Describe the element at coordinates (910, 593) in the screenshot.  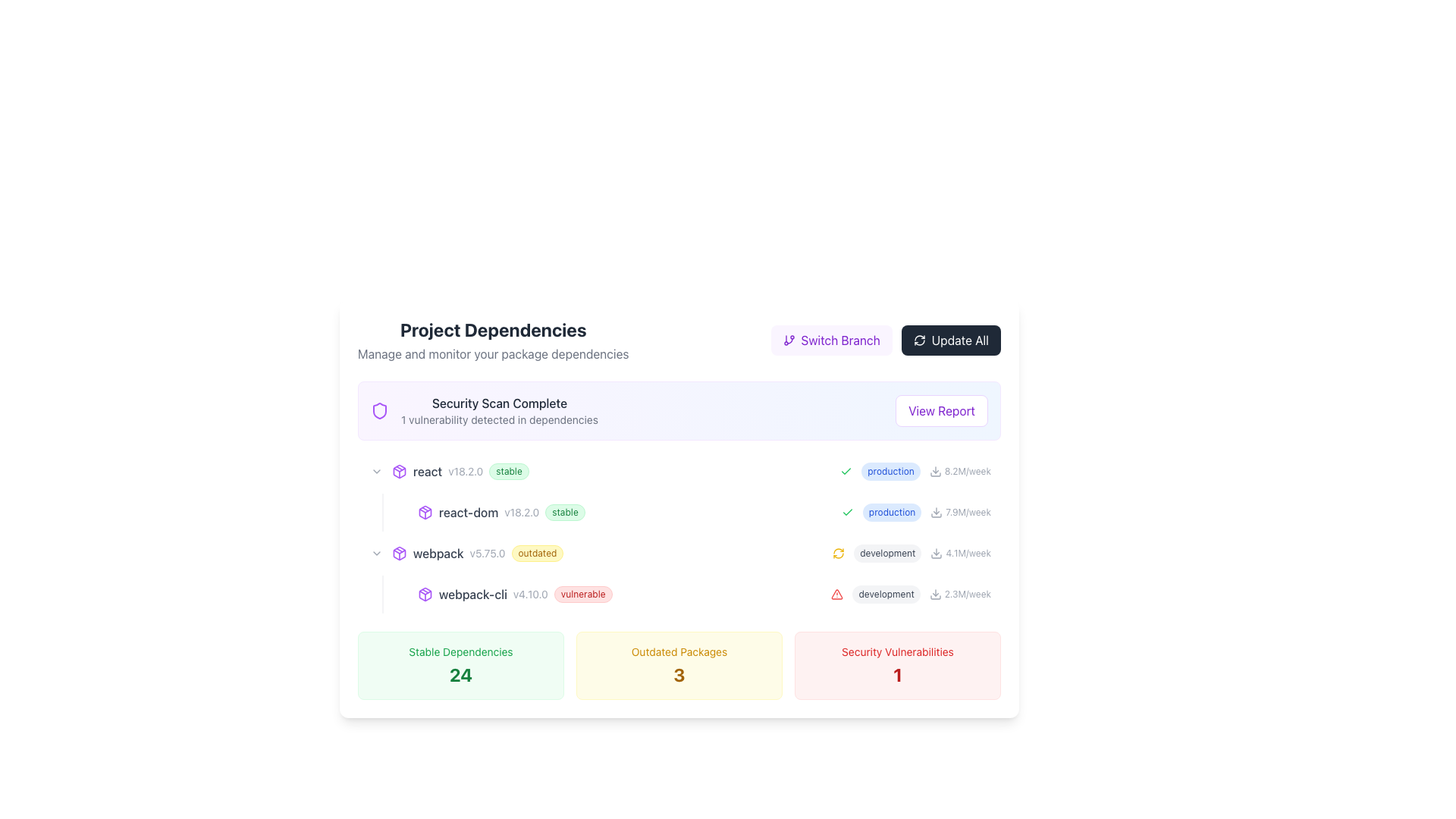
I see `the text label indicating 'development' with a weekly download count of 2.3M` at that location.